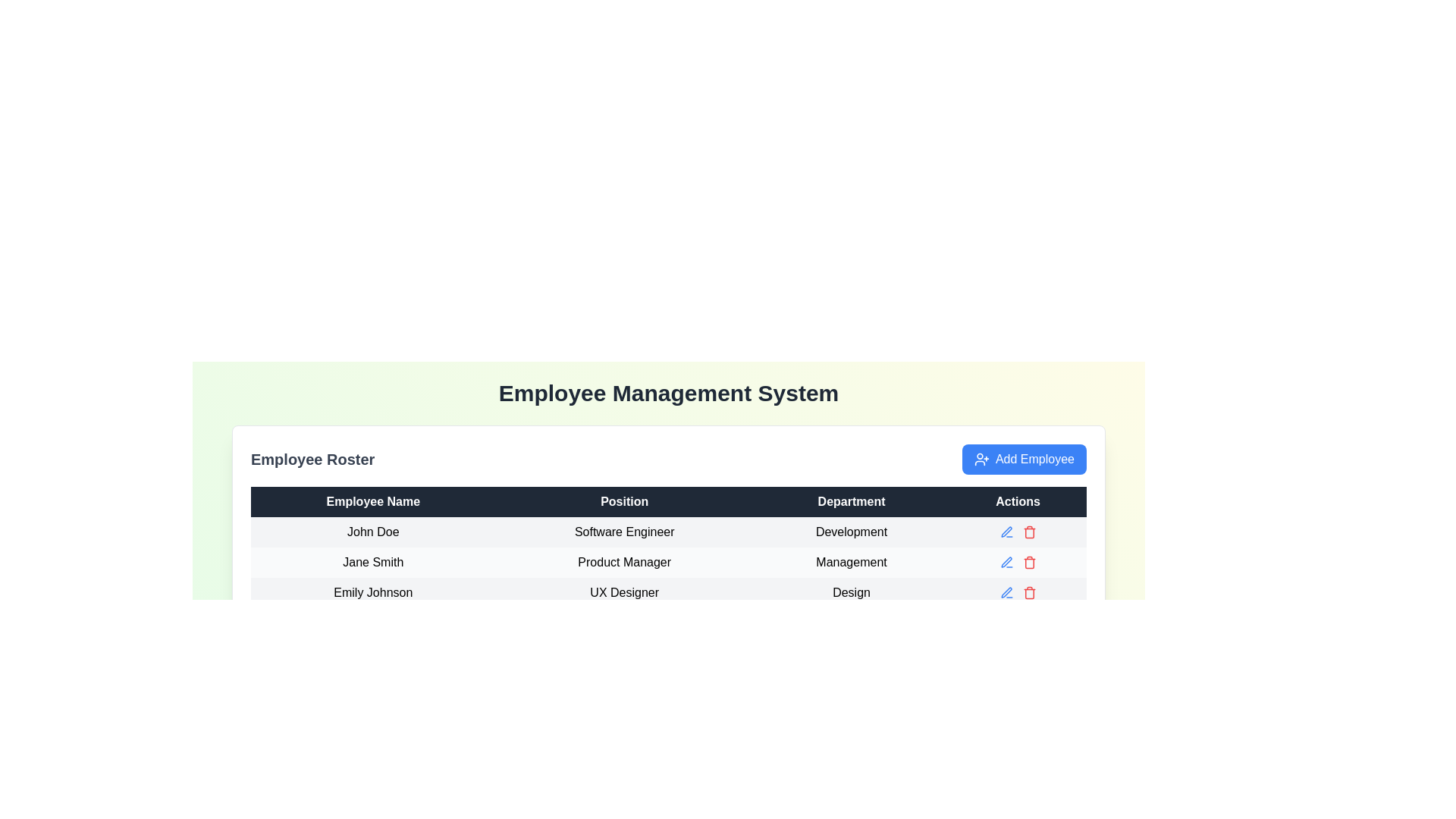 This screenshot has width=1456, height=819. I want to click on the Text label displaying 'John Doe', which represents an employee's name in the roster and is positioned in the 'Employee Name' column of the table under 'Employee Roster', so click(373, 532).